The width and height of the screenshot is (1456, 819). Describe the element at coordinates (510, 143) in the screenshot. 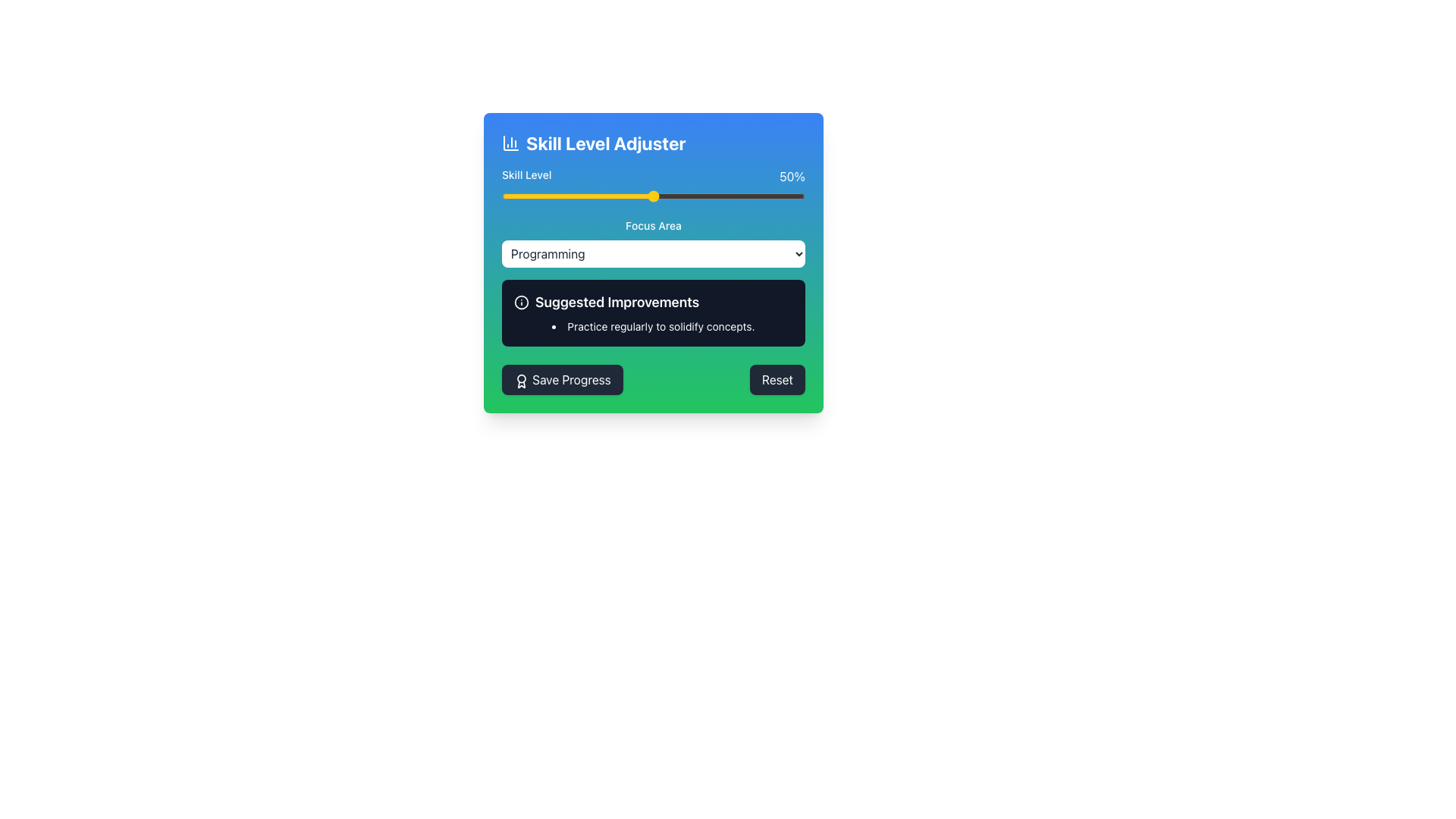

I see `the small graphical icon resembling a bar chart with three vertical bars of varying heights, located on the left side of the header labeled 'Skill Level Adjuster'` at that location.